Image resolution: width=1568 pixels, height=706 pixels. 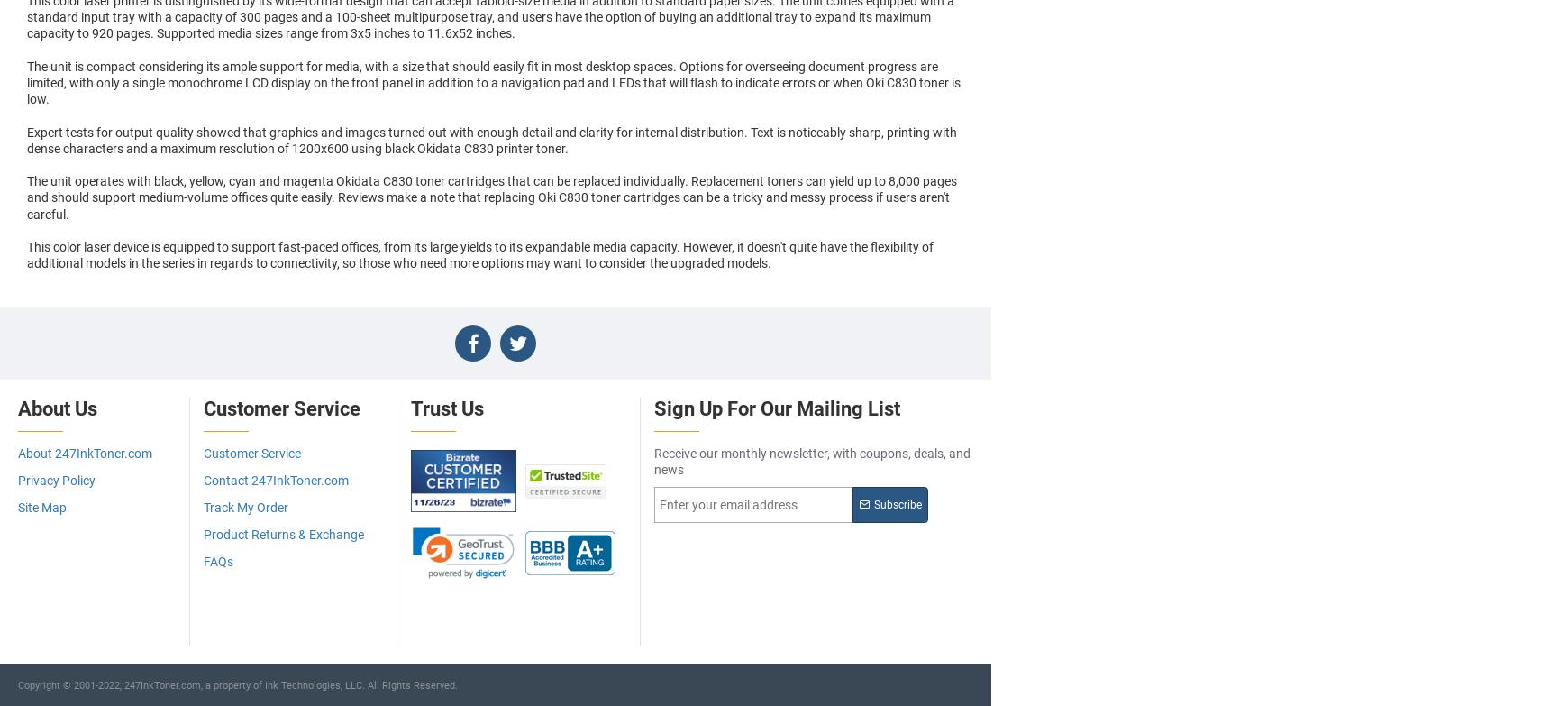 What do you see at coordinates (491, 197) in the screenshot?
I see `'The unit operates with black, yellow, cyan and magenta Okidata C830 toner cartridges that can be replaced individually.  Replacement toners can yield up to 8,000 pages and should support medium-volume offices quite easily.  Reviews make a note that replacing Oki C830 toner cartridges can be a tricky and messy process if users aren't careful.'` at bounding box center [491, 197].